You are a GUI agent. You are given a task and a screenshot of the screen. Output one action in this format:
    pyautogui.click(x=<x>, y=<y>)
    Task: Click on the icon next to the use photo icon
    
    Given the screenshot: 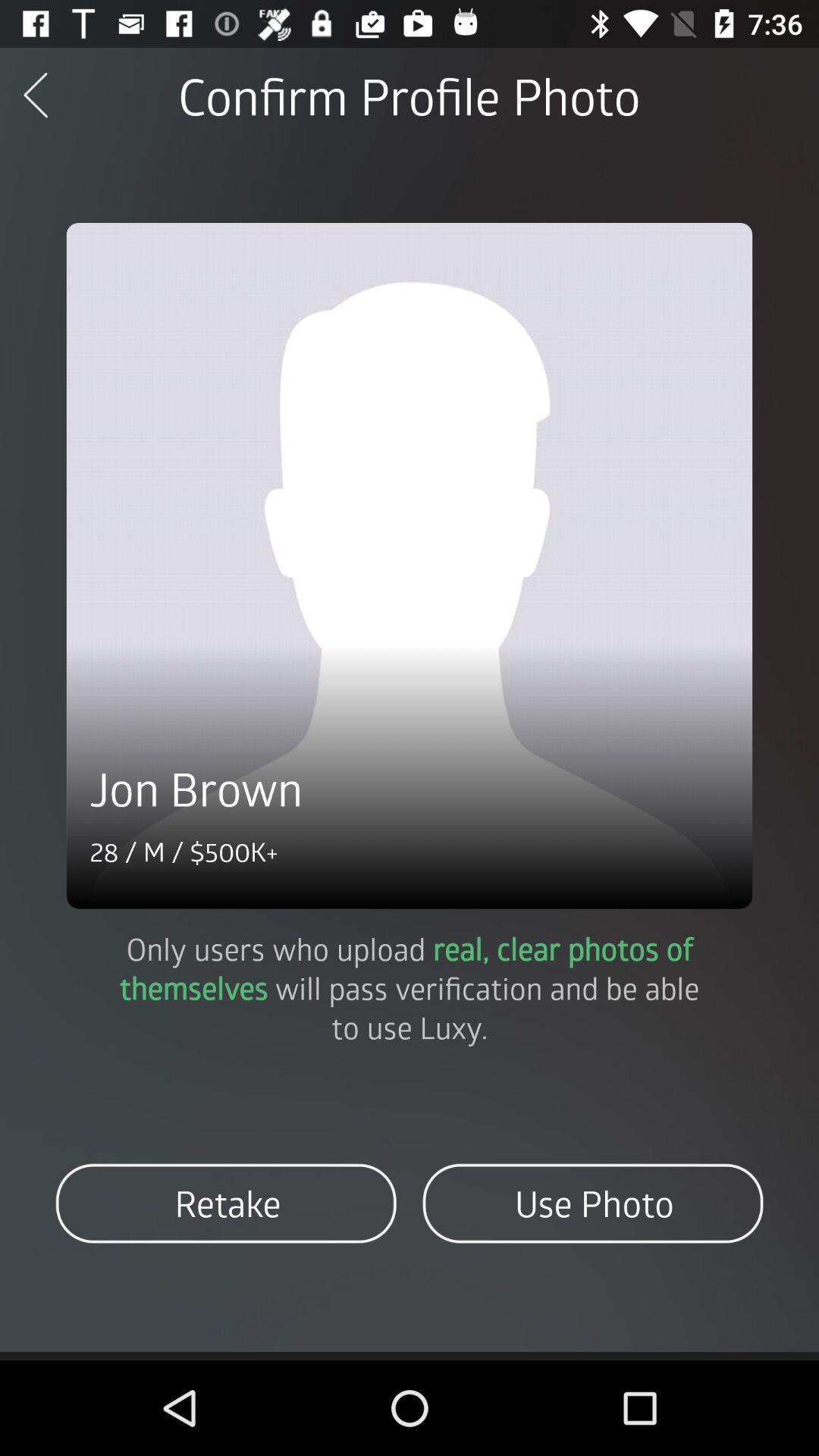 What is the action you would take?
    pyautogui.click(x=226, y=1203)
    